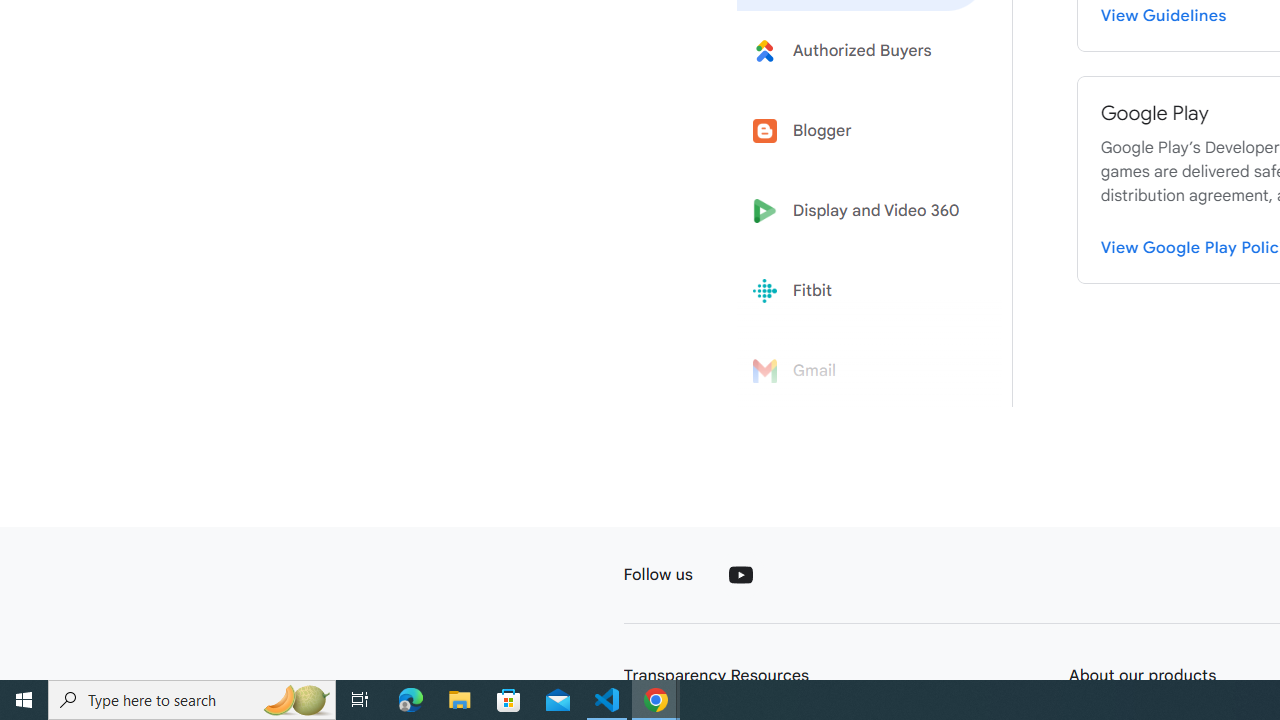 This screenshot has height=720, width=1280. Describe the element at coordinates (739, 574) in the screenshot. I see `'YouTube'` at that location.